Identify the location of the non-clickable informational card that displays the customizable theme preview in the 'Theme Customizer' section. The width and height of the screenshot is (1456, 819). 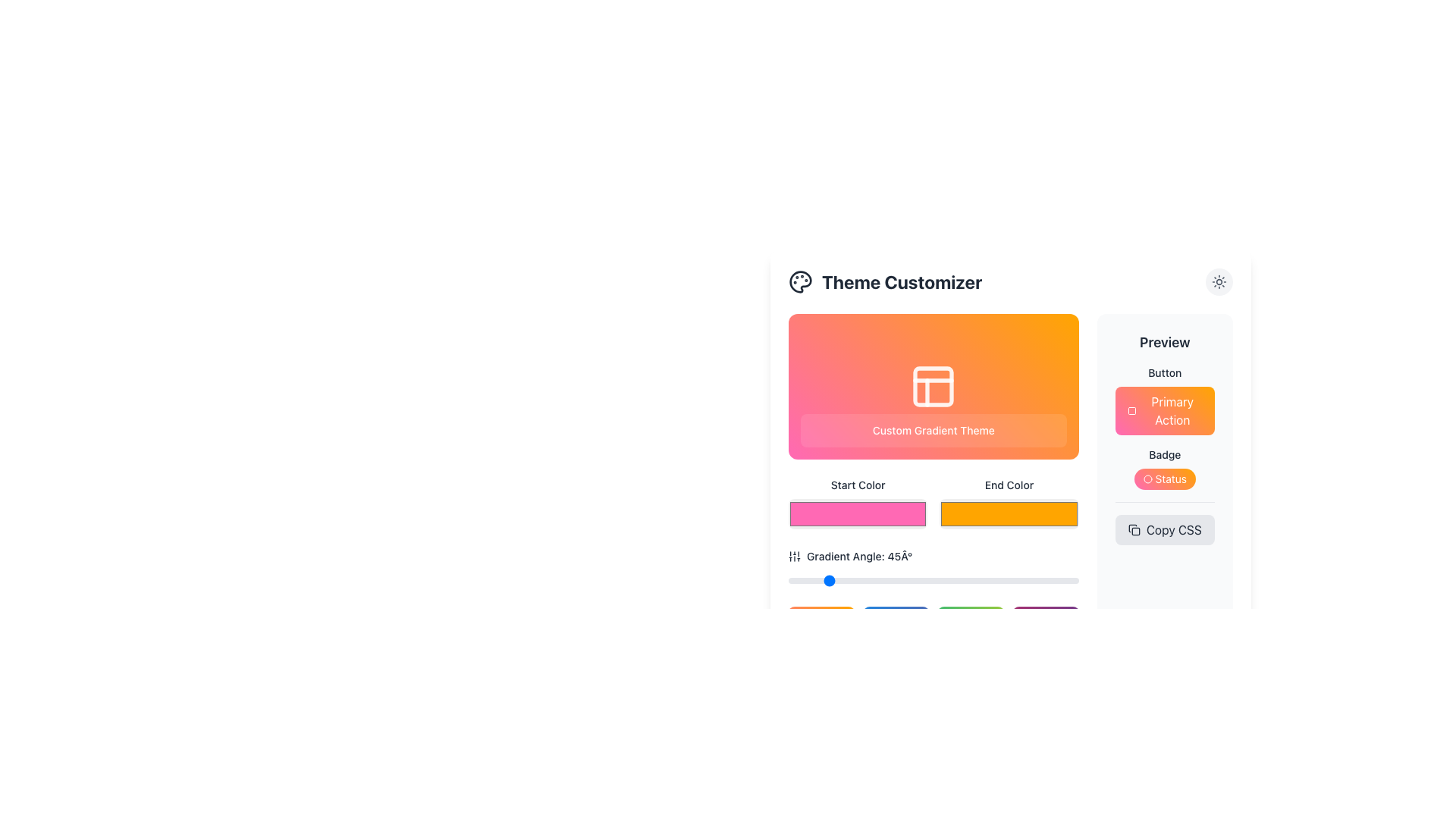
(933, 385).